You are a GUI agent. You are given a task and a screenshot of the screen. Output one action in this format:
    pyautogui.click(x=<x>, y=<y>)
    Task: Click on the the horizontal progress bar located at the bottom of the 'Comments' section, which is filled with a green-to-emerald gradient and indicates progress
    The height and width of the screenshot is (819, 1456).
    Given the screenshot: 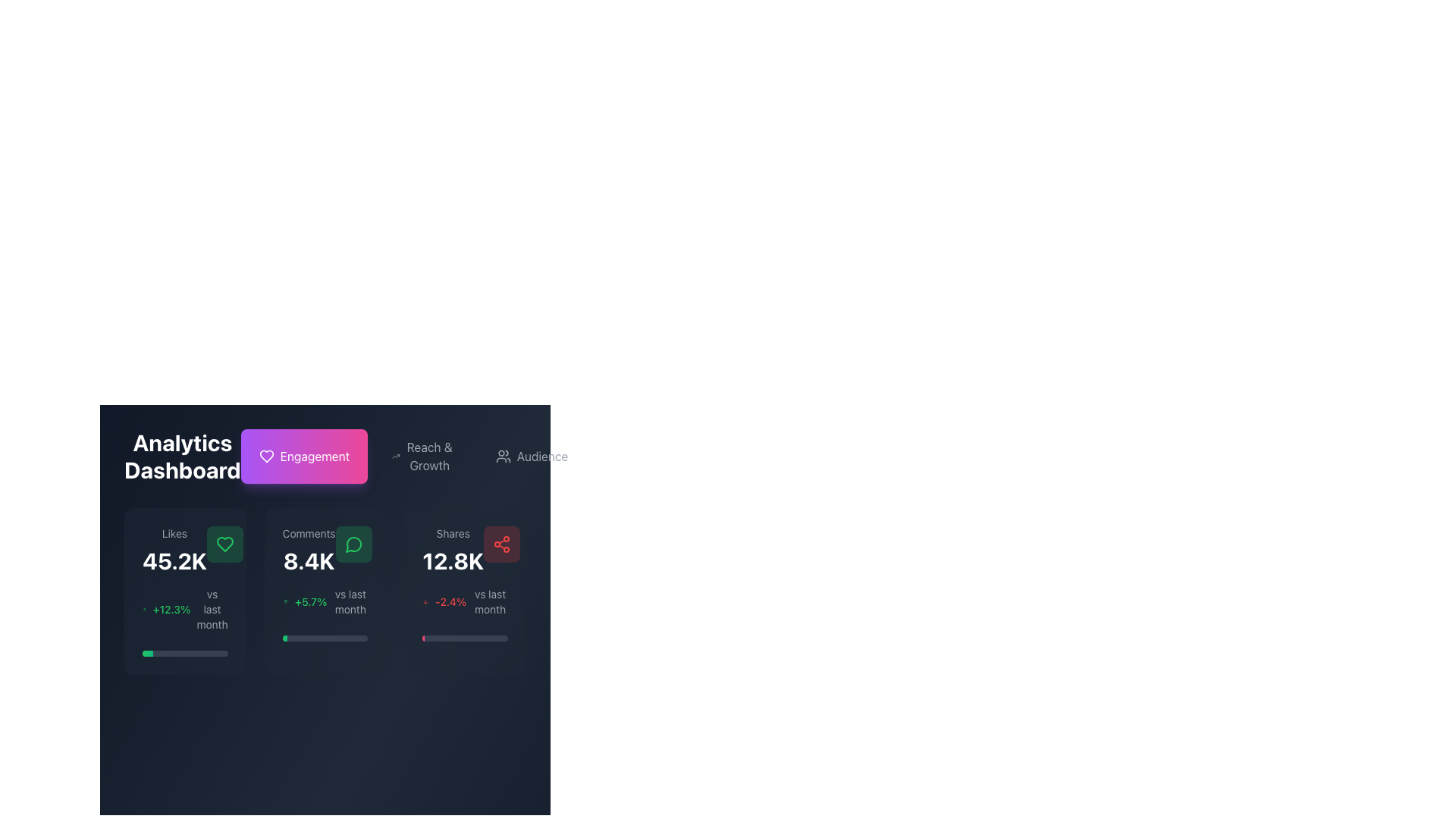 What is the action you would take?
    pyautogui.click(x=324, y=638)
    